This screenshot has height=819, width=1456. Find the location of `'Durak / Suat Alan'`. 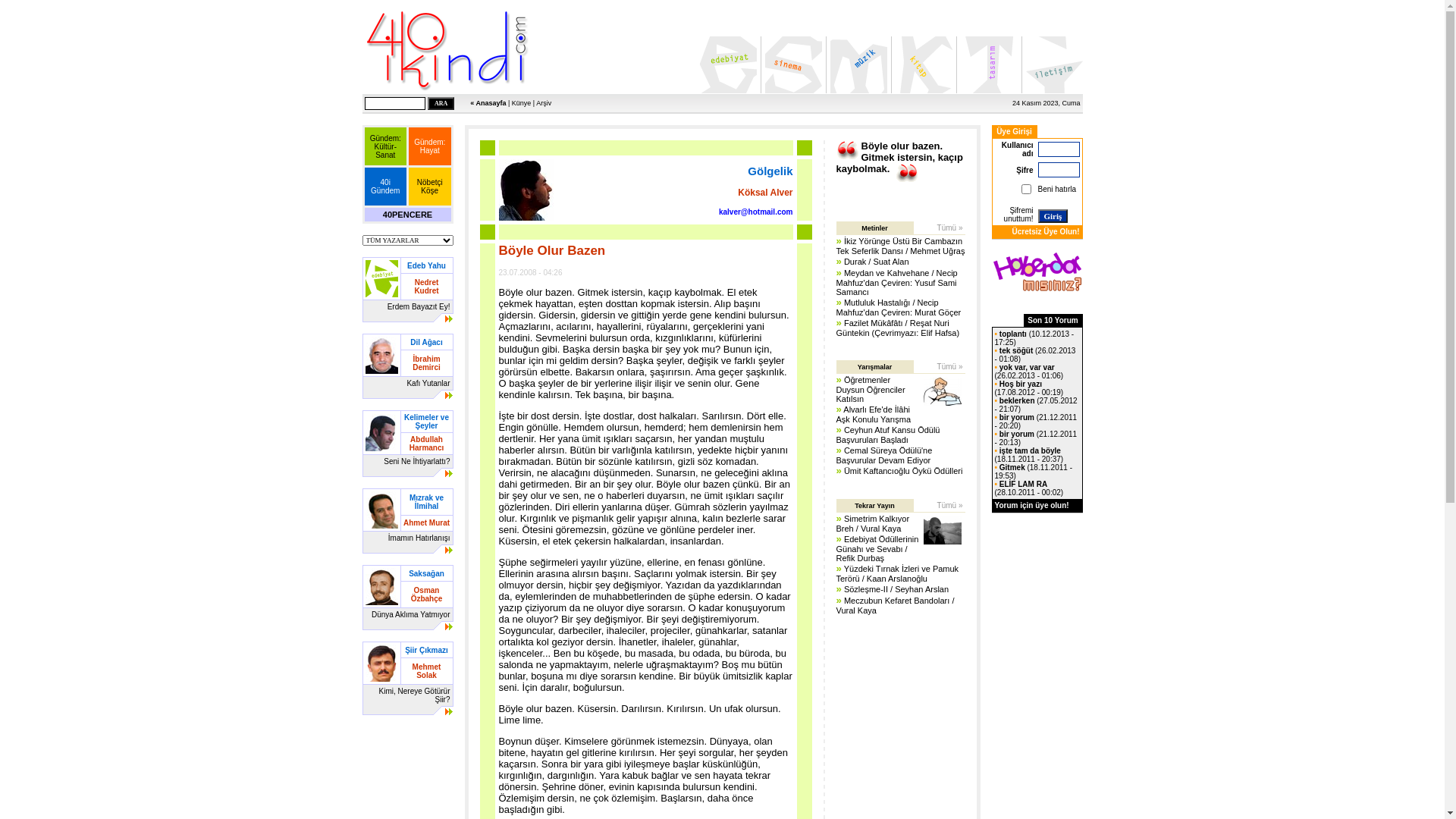

'Durak / Suat Alan' is located at coordinates (877, 260).